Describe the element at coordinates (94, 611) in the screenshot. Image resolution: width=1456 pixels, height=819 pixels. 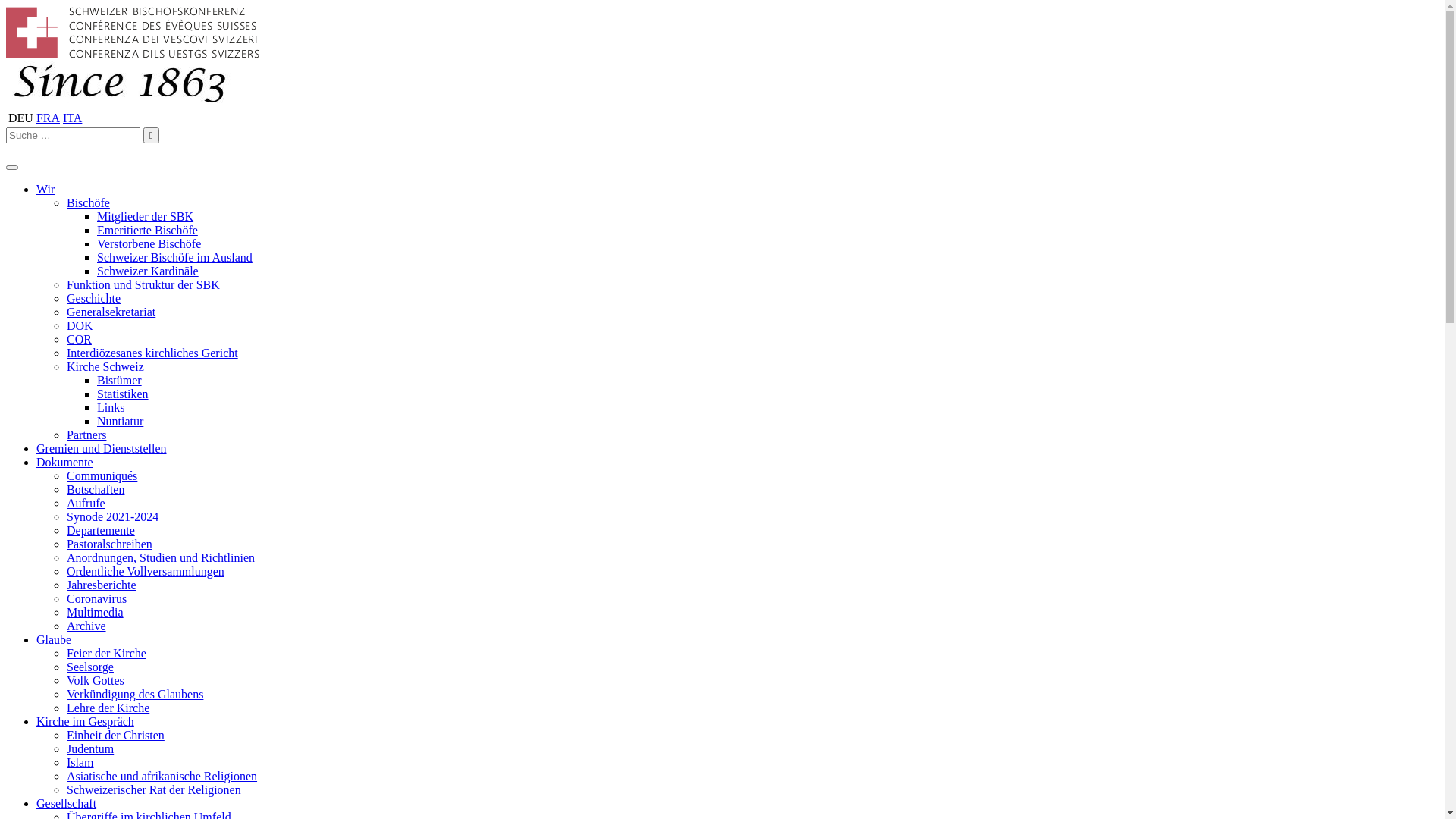
I see `'Multimedia'` at that location.